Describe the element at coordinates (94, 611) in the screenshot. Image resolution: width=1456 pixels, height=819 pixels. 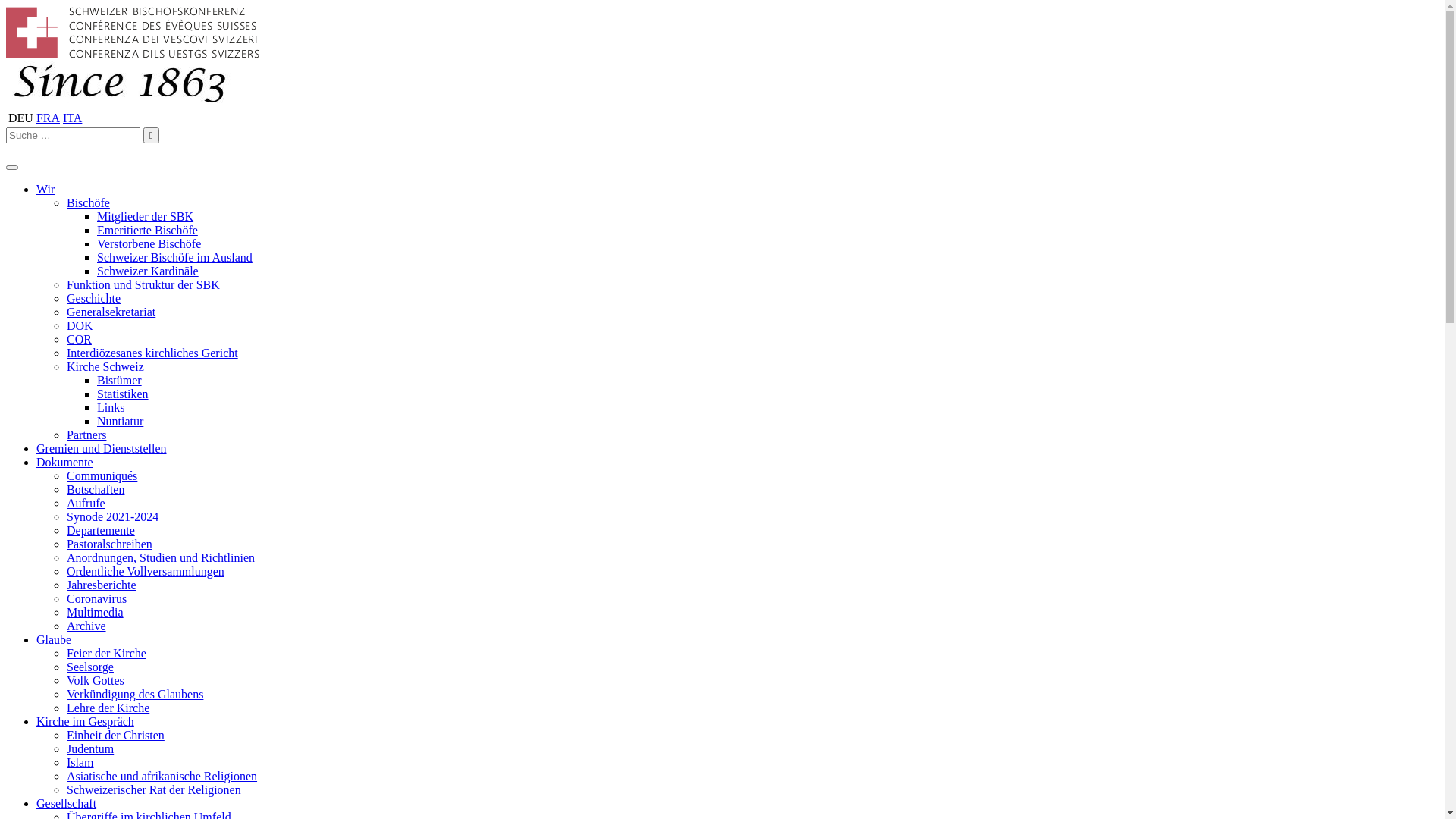
I see `'Multimedia'` at that location.